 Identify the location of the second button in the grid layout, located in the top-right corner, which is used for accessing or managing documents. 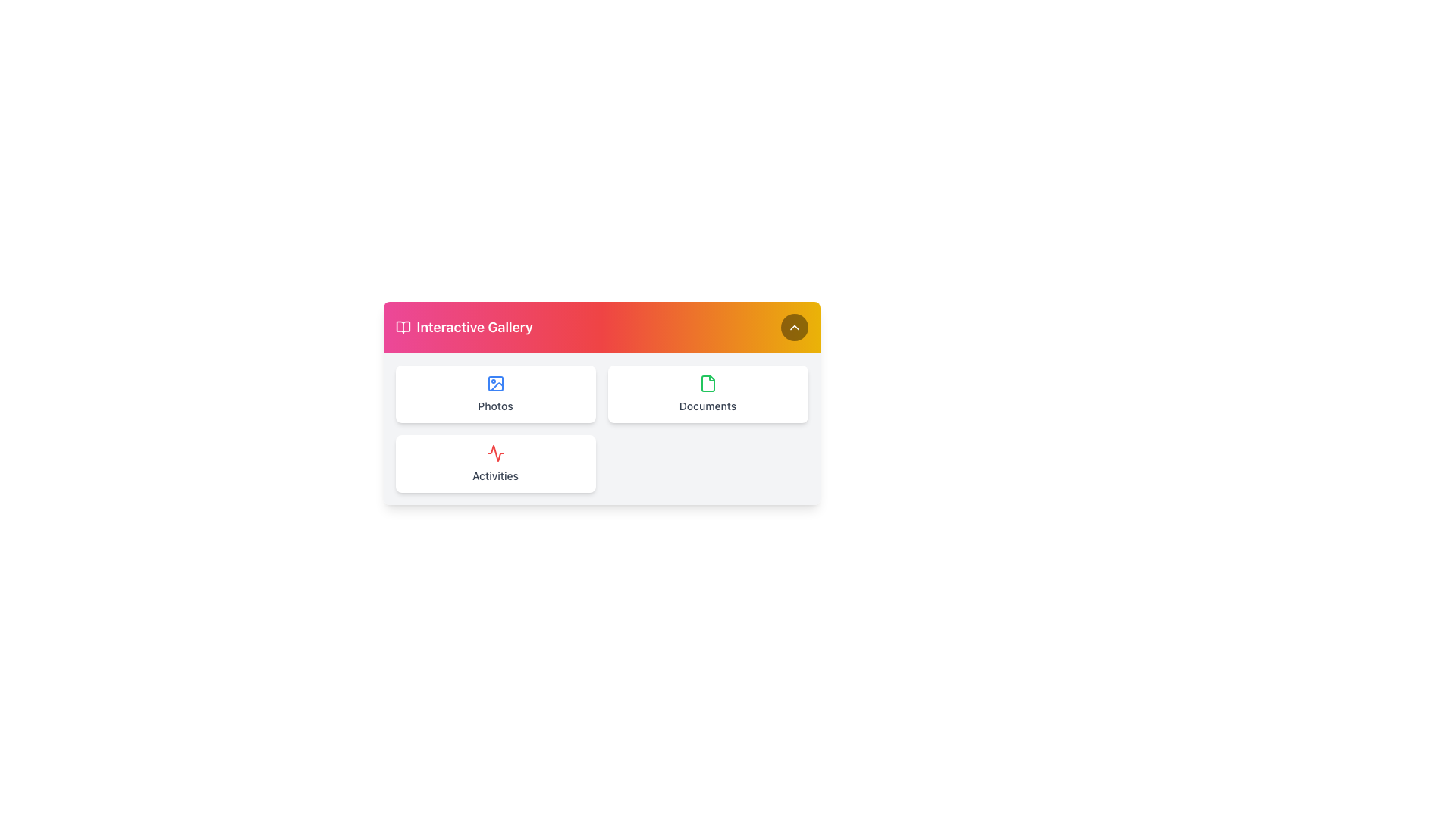
(707, 394).